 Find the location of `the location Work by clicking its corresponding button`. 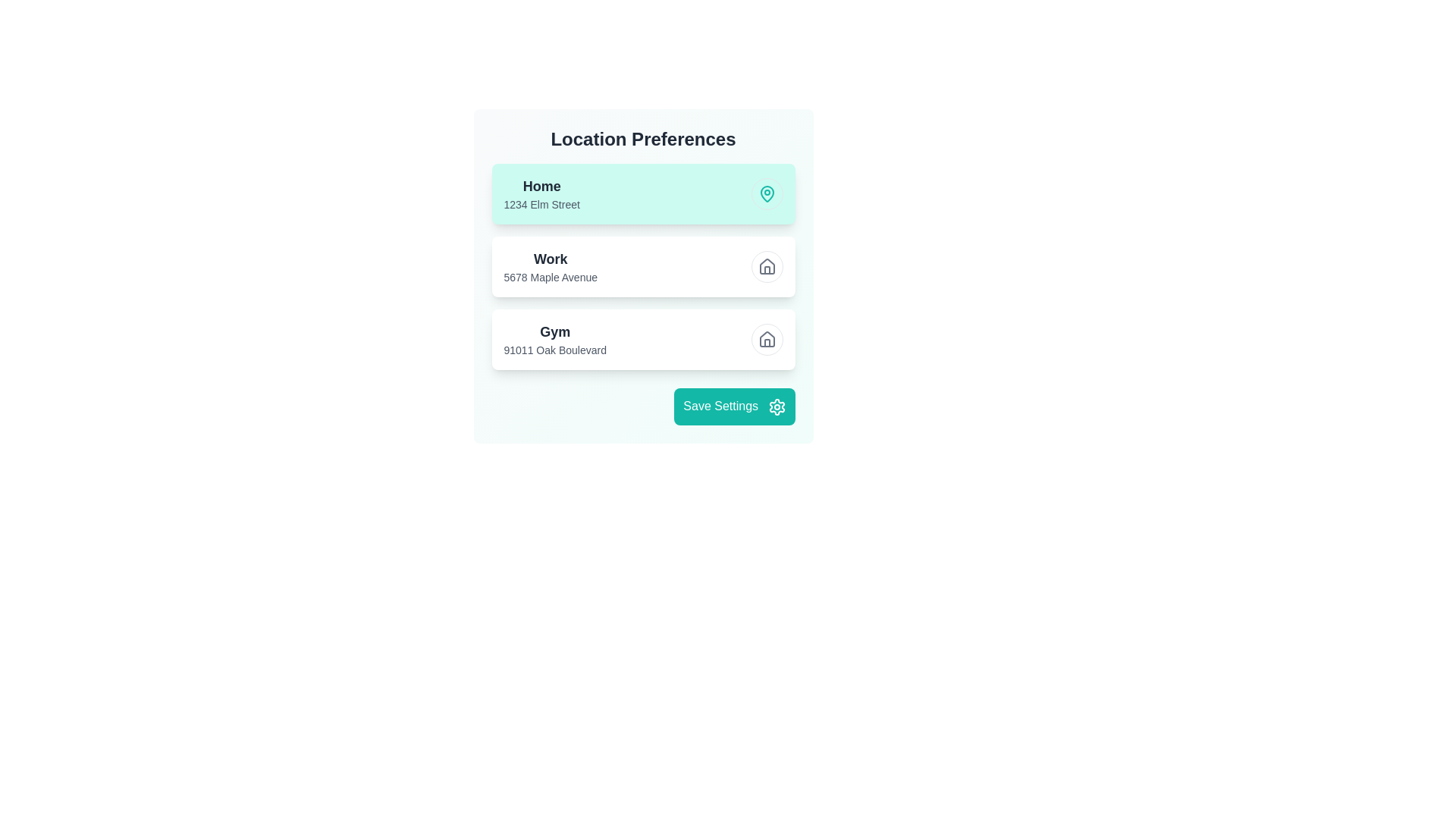

the location Work by clicking its corresponding button is located at coordinates (767, 265).